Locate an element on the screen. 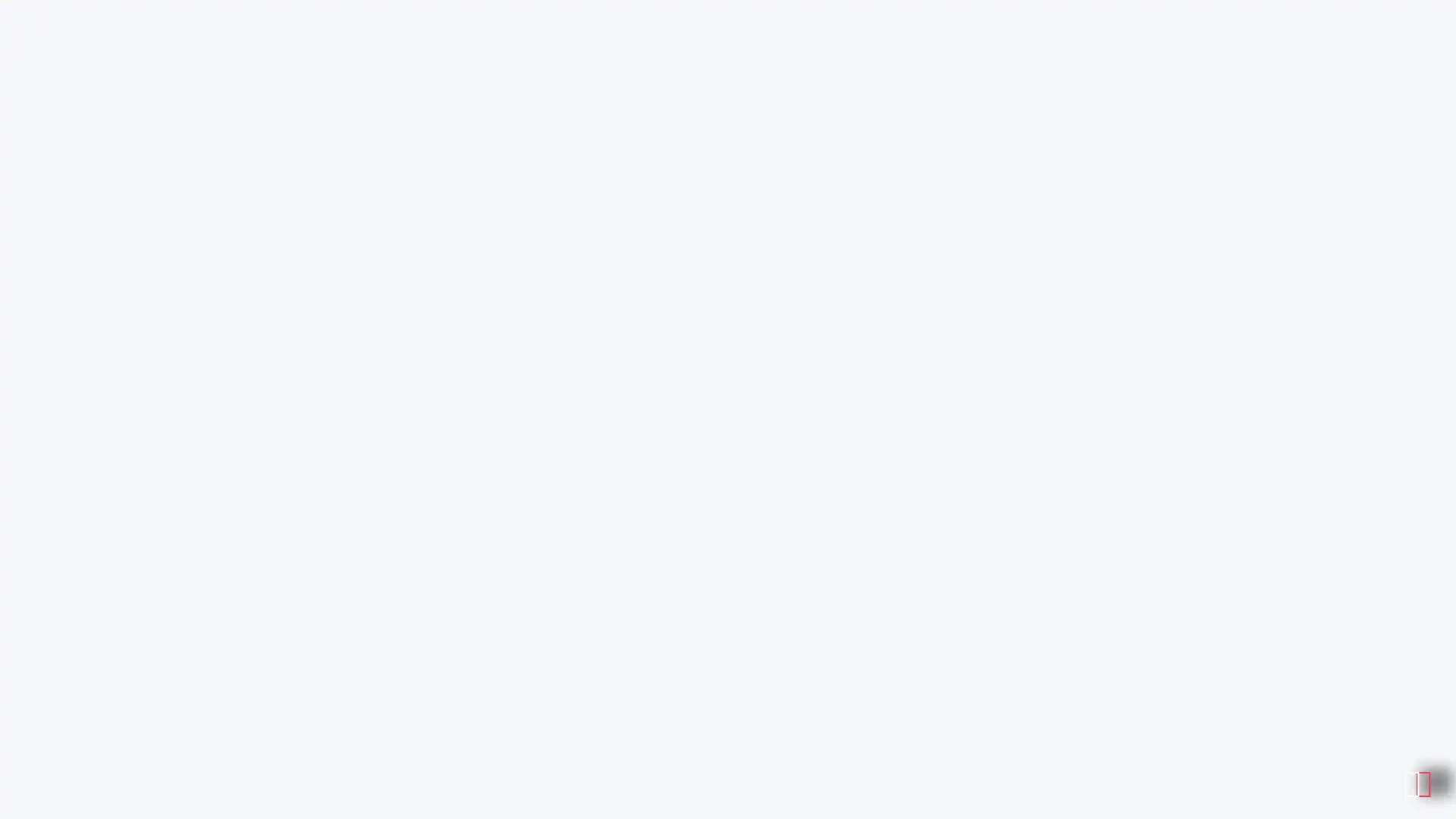  Dismiss Message is located at coordinates (1376, 761).